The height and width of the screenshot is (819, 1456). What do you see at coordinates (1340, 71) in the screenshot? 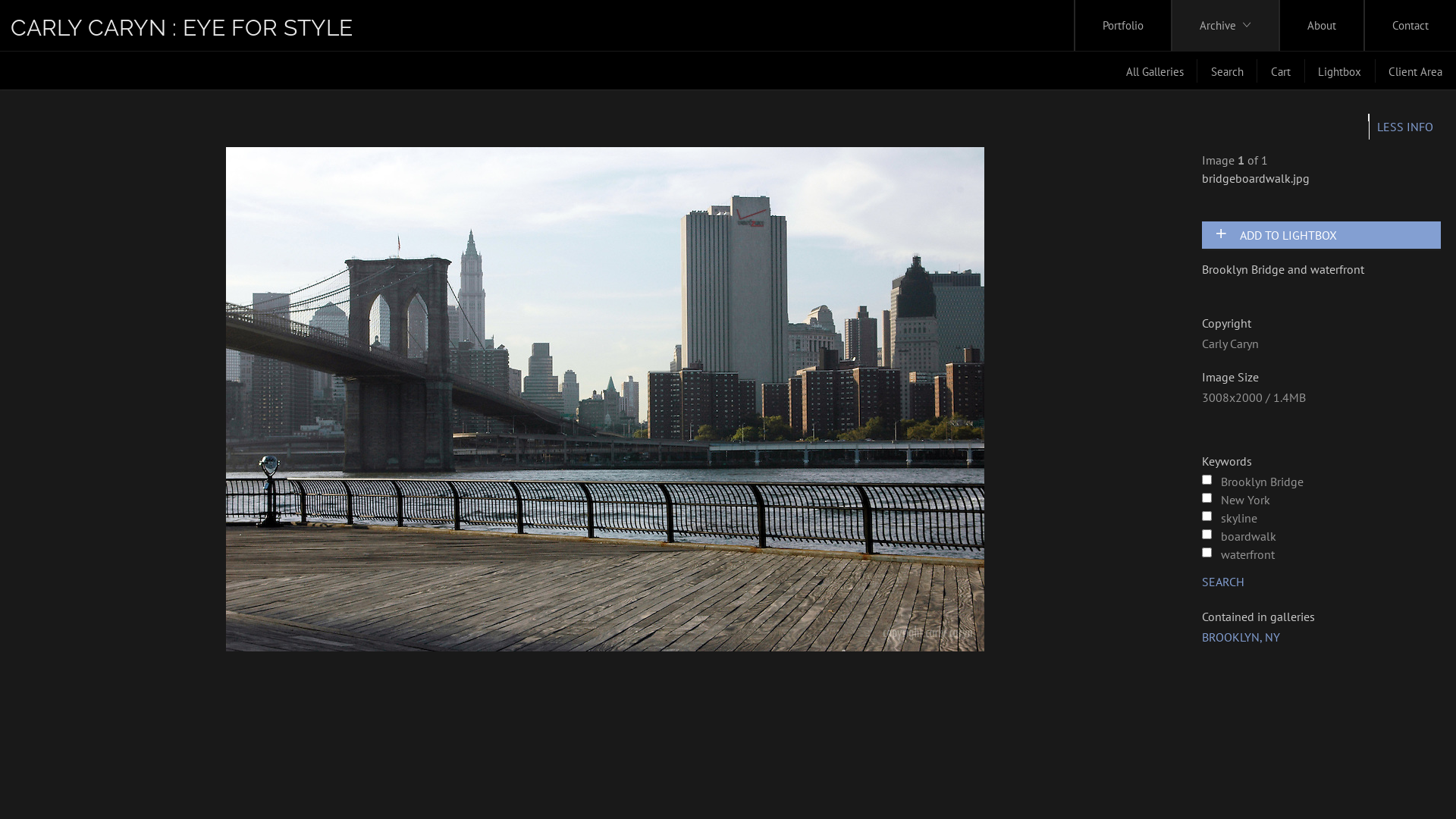
I see `'Lightbox'` at bounding box center [1340, 71].